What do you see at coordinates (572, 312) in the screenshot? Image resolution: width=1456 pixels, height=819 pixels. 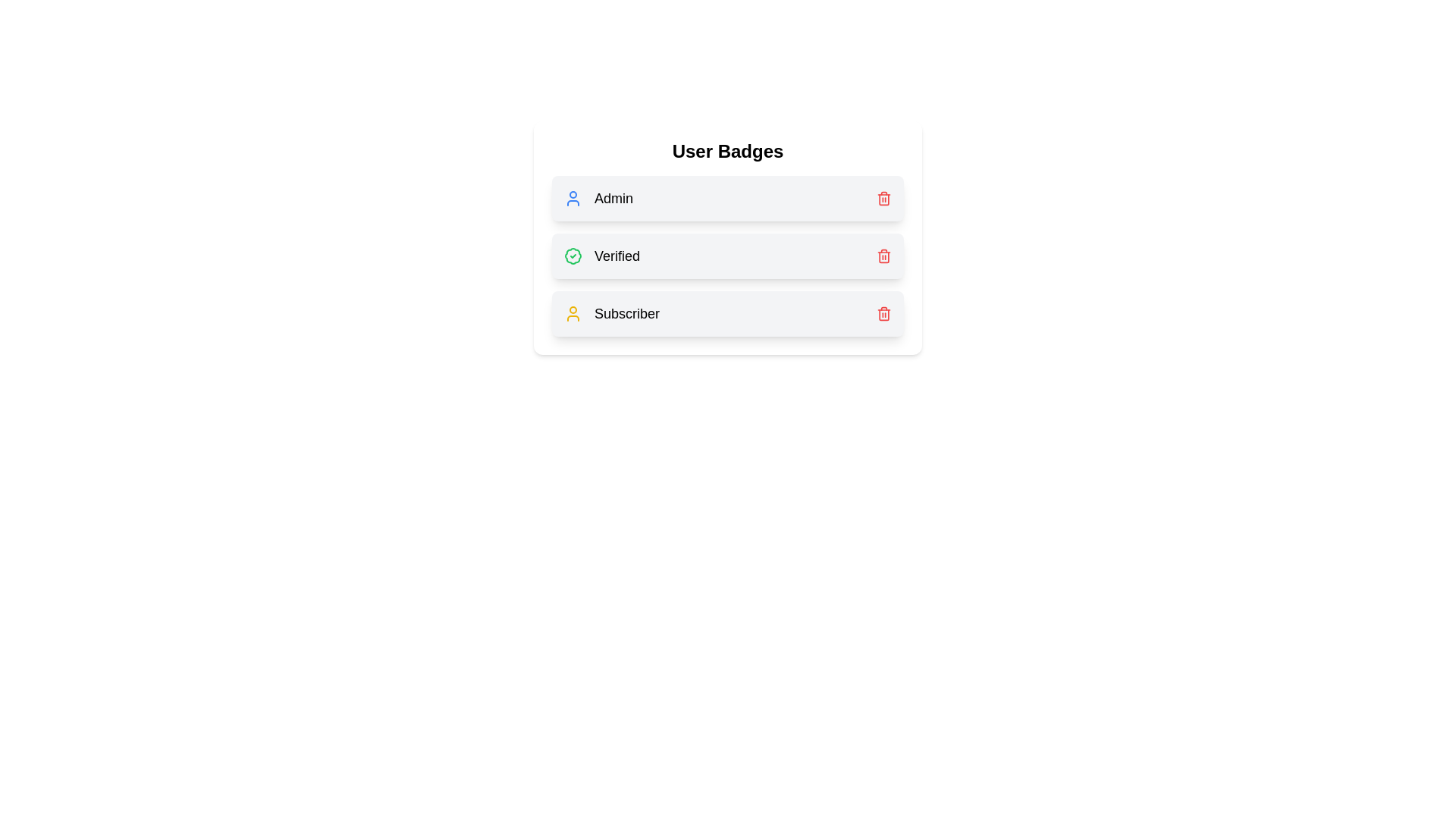 I see `the badge icon for Subscriber` at bounding box center [572, 312].